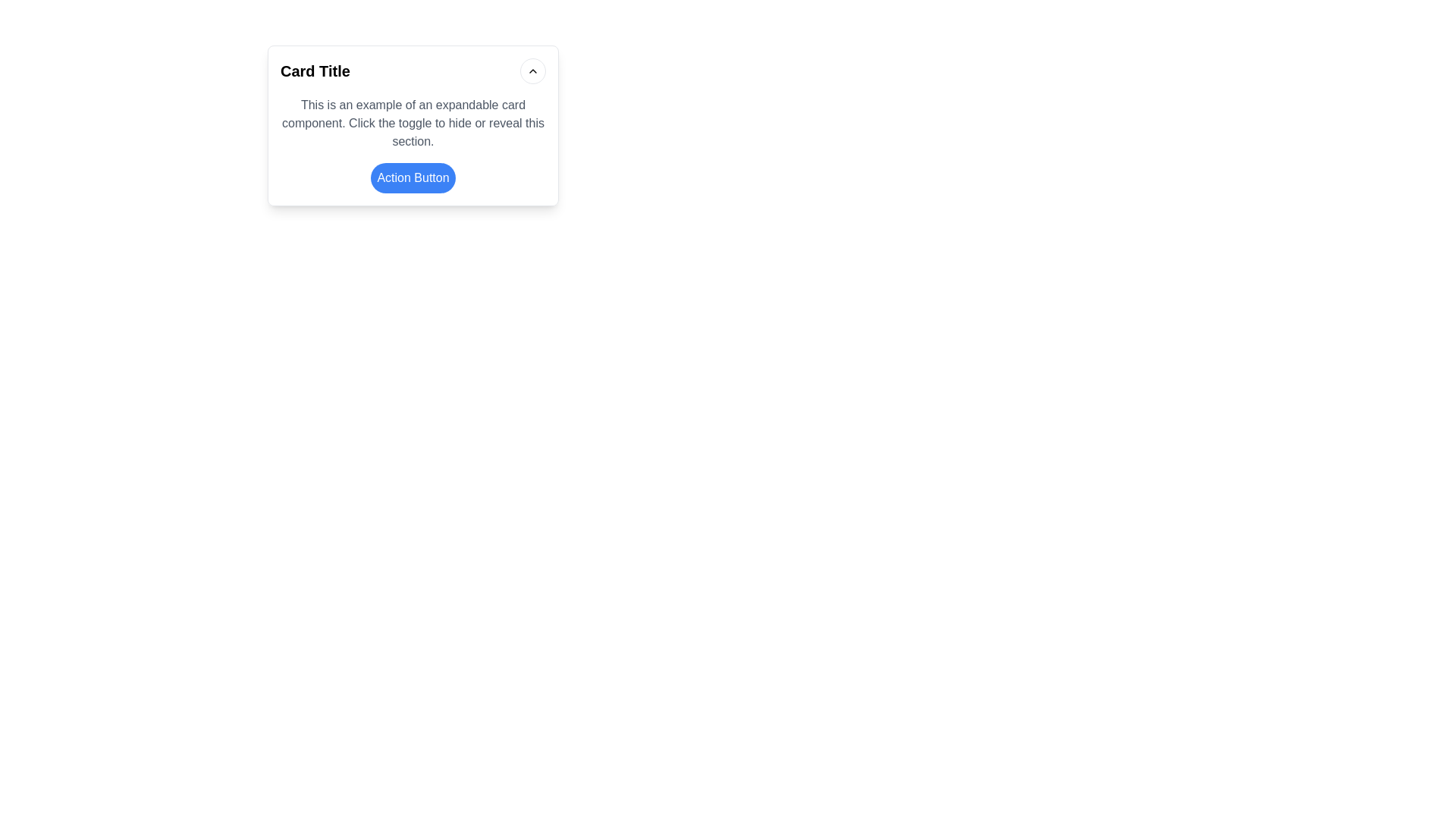 This screenshot has width=1456, height=819. Describe the element at coordinates (532, 71) in the screenshot. I see `the SVG Icon located in the top-right corner of the card within a circular button` at that location.